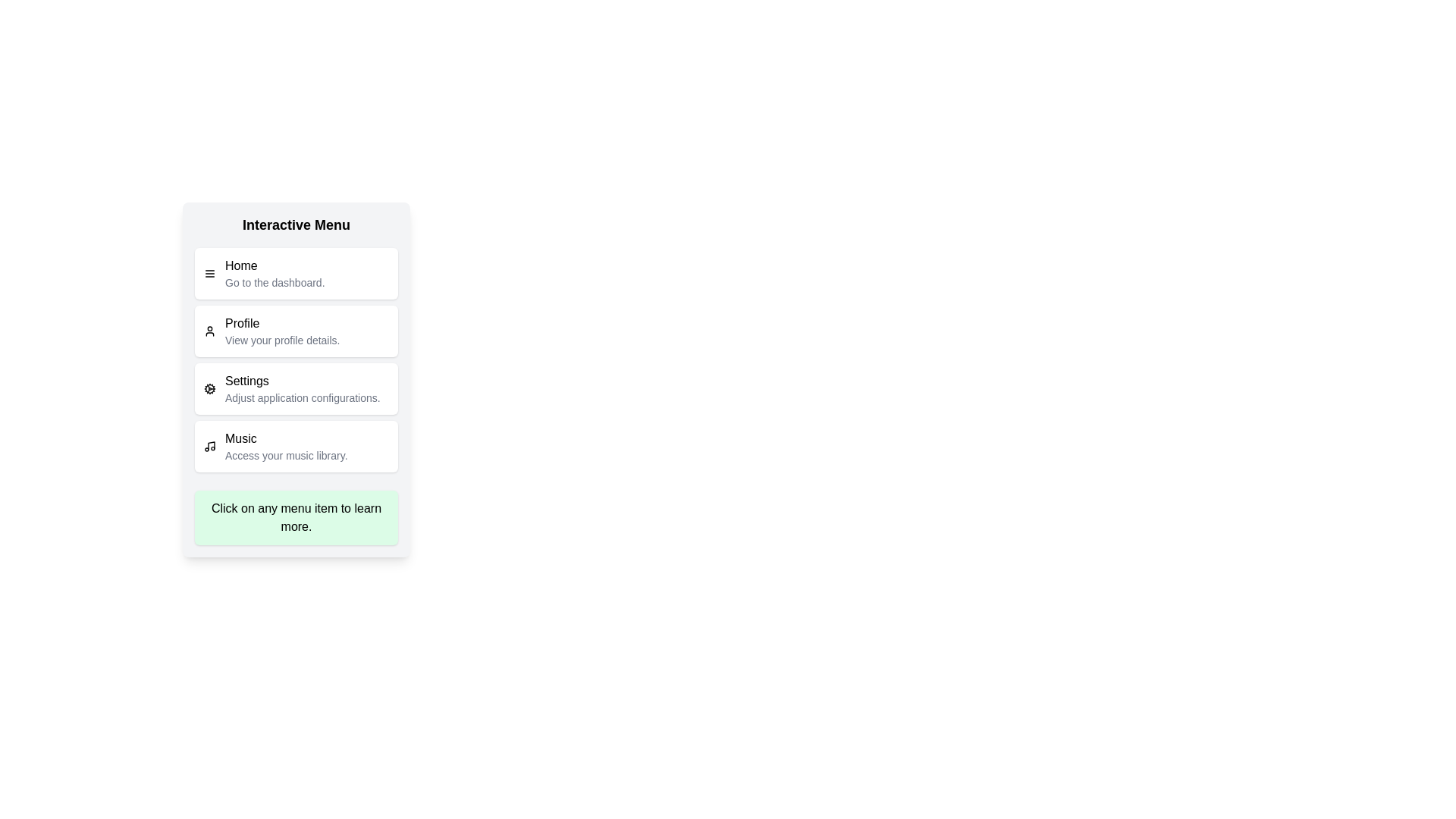 The image size is (1456, 819). What do you see at coordinates (296, 274) in the screenshot?
I see `the menu item labeled Home to view its description` at bounding box center [296, 274].